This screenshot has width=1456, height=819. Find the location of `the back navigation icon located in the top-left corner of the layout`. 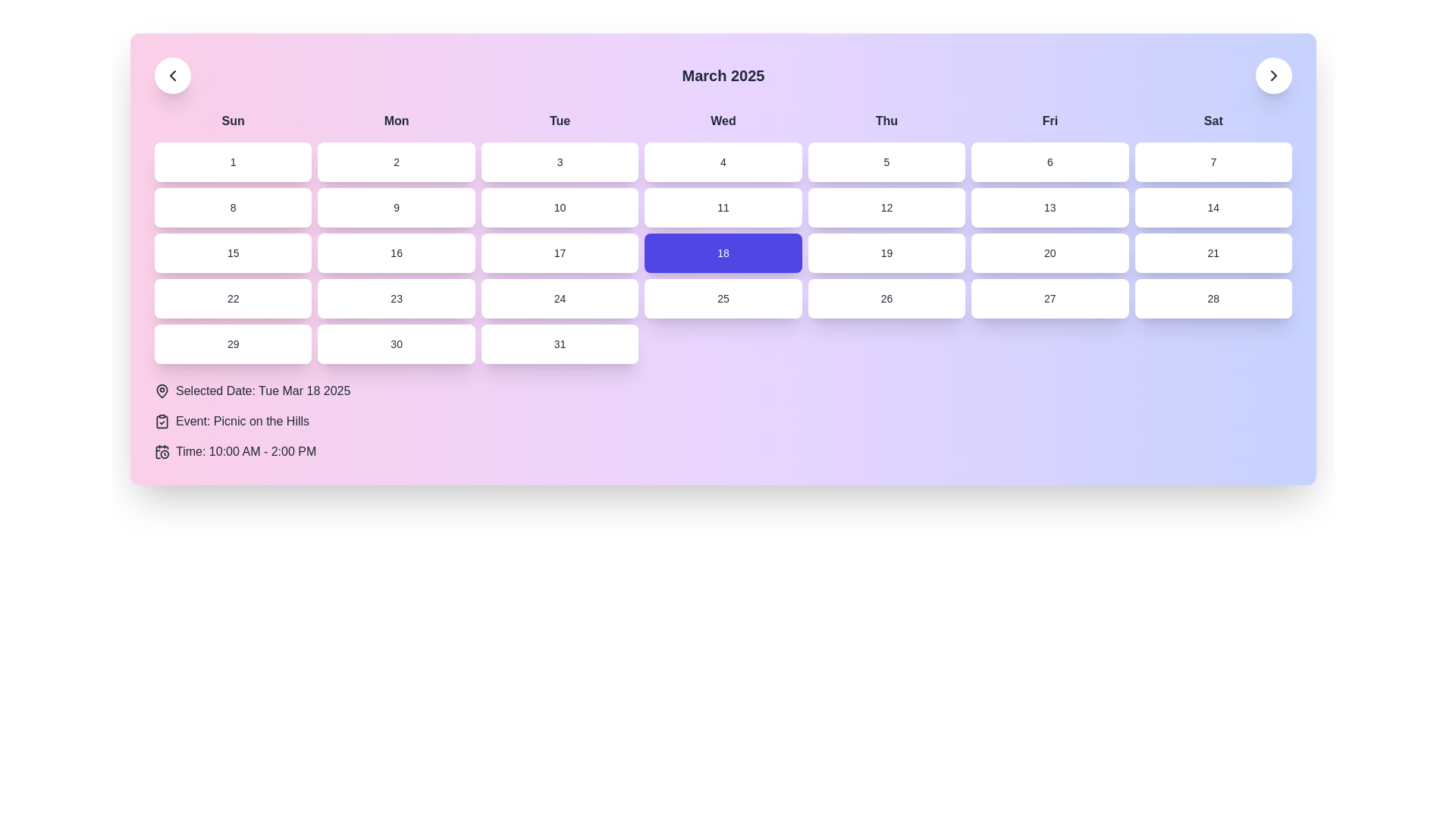

the back navigation icon located in the top-left corner of the layout is located at coordinates (172, 76).